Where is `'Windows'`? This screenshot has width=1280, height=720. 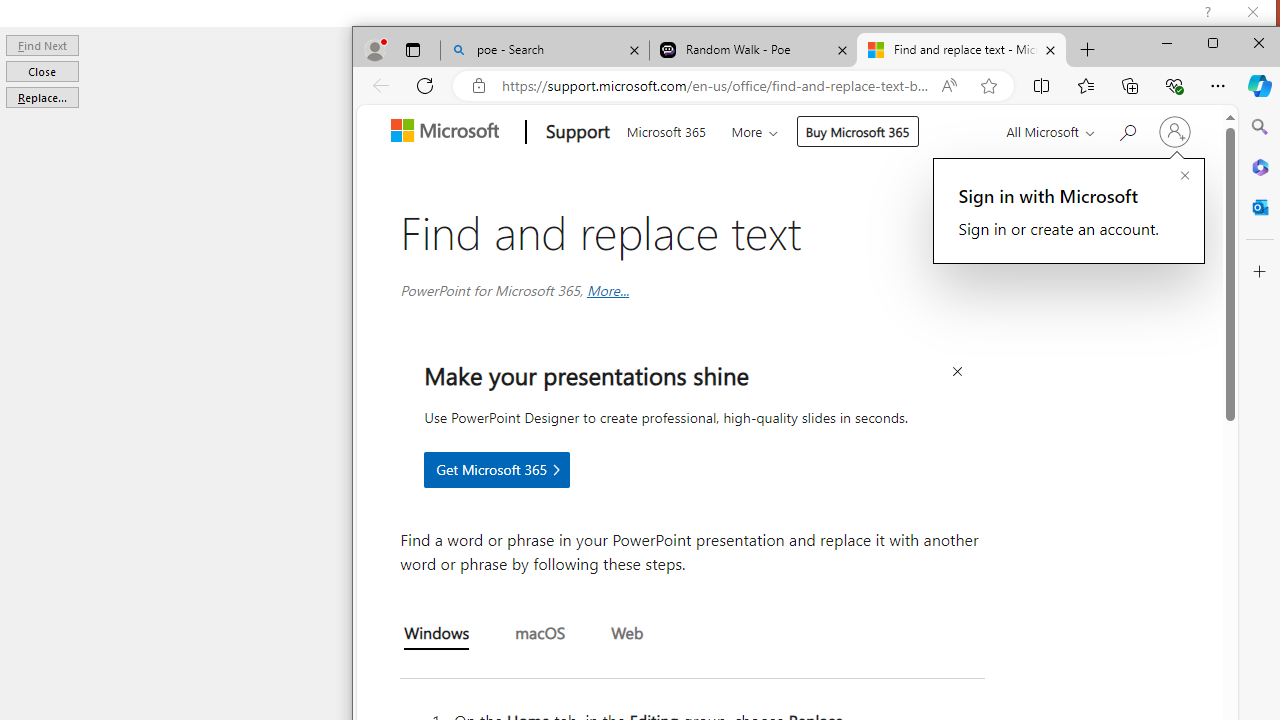
'Windows' is located at coordinates (436, 636).